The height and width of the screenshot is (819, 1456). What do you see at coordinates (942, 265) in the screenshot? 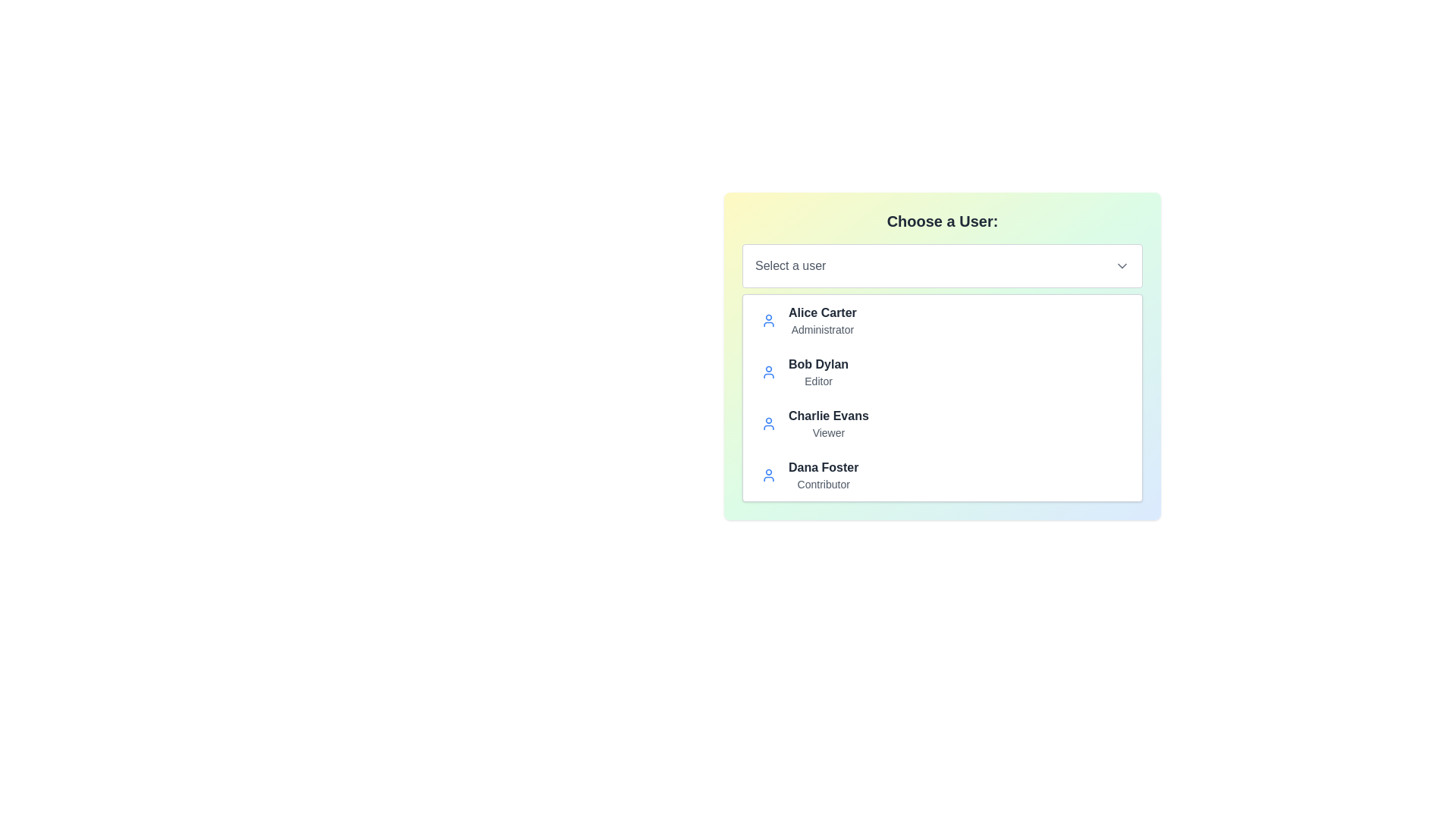
I see `the 'Select a user' dropdown trigger button` at bounding box center [942, 265].